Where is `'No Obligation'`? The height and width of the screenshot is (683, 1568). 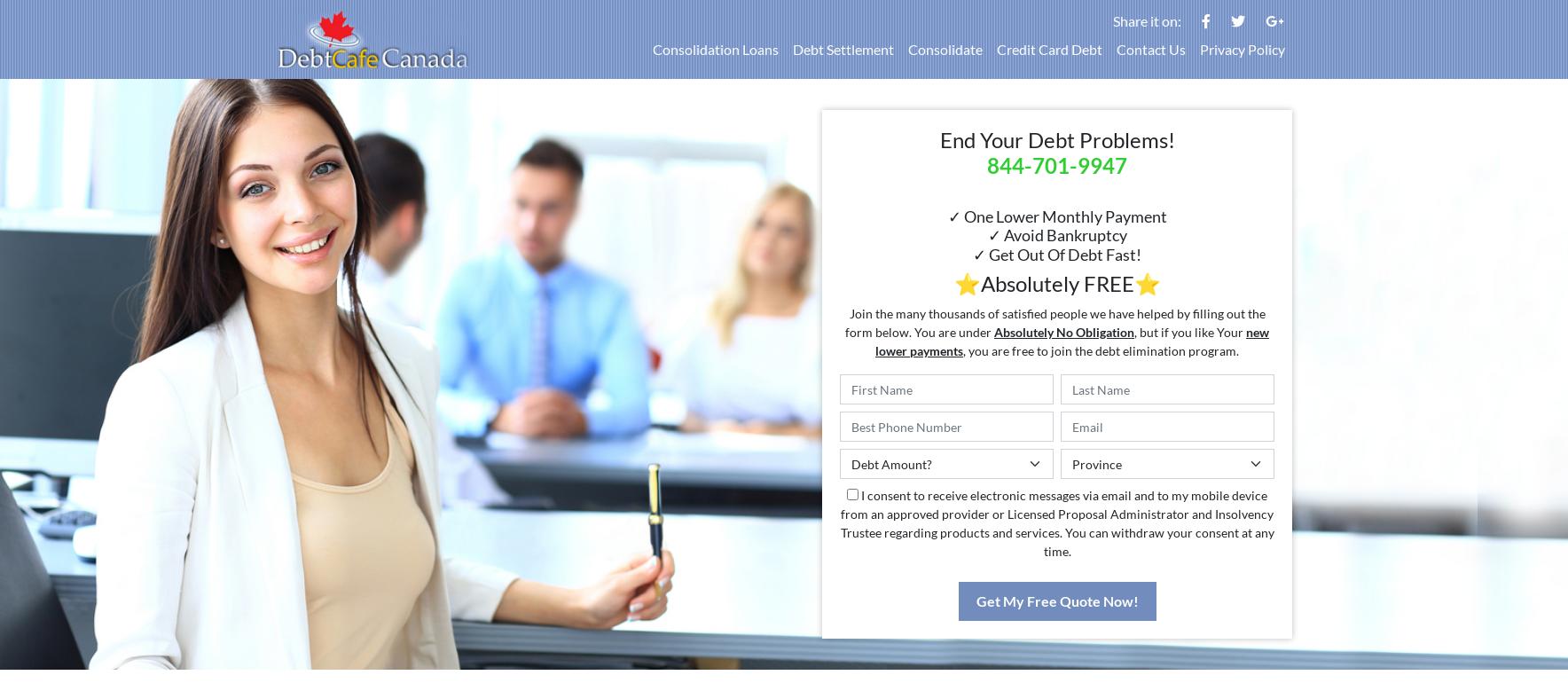
'No Obligation' is located at coordinates (357, 620).